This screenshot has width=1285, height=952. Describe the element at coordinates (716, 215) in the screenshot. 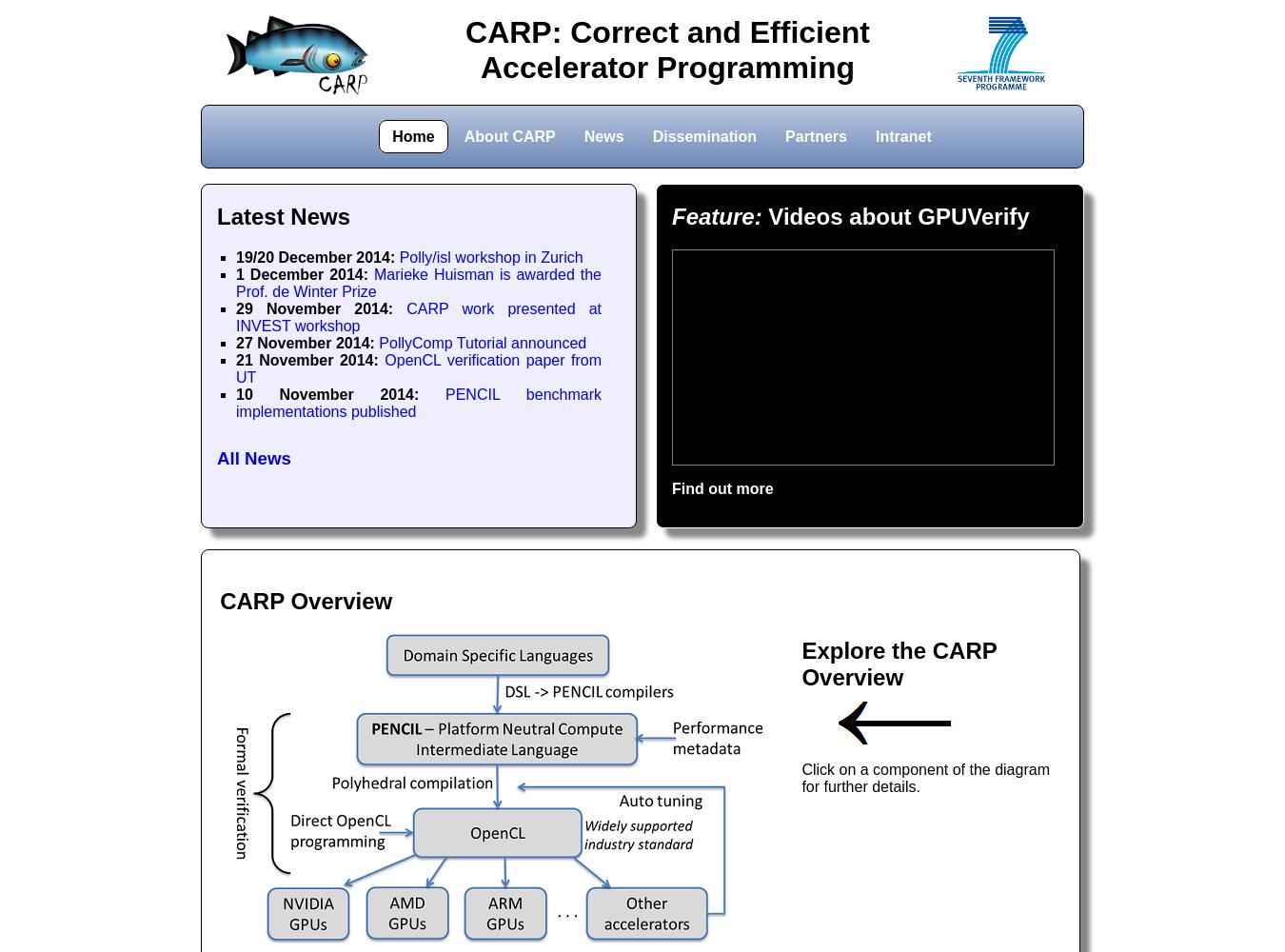

I see `'Feature:'` at that location.